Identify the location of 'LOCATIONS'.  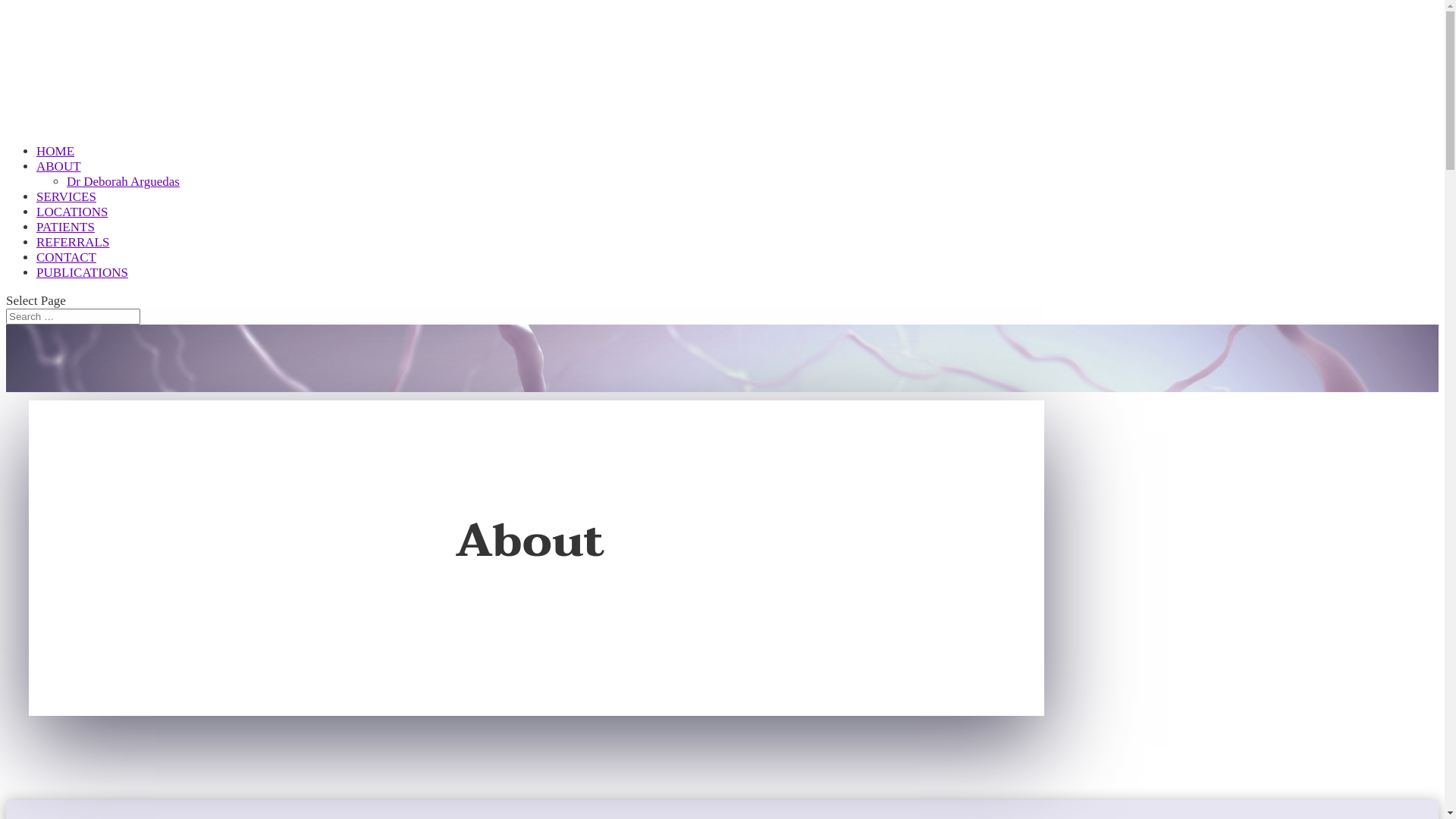
(71, 227).